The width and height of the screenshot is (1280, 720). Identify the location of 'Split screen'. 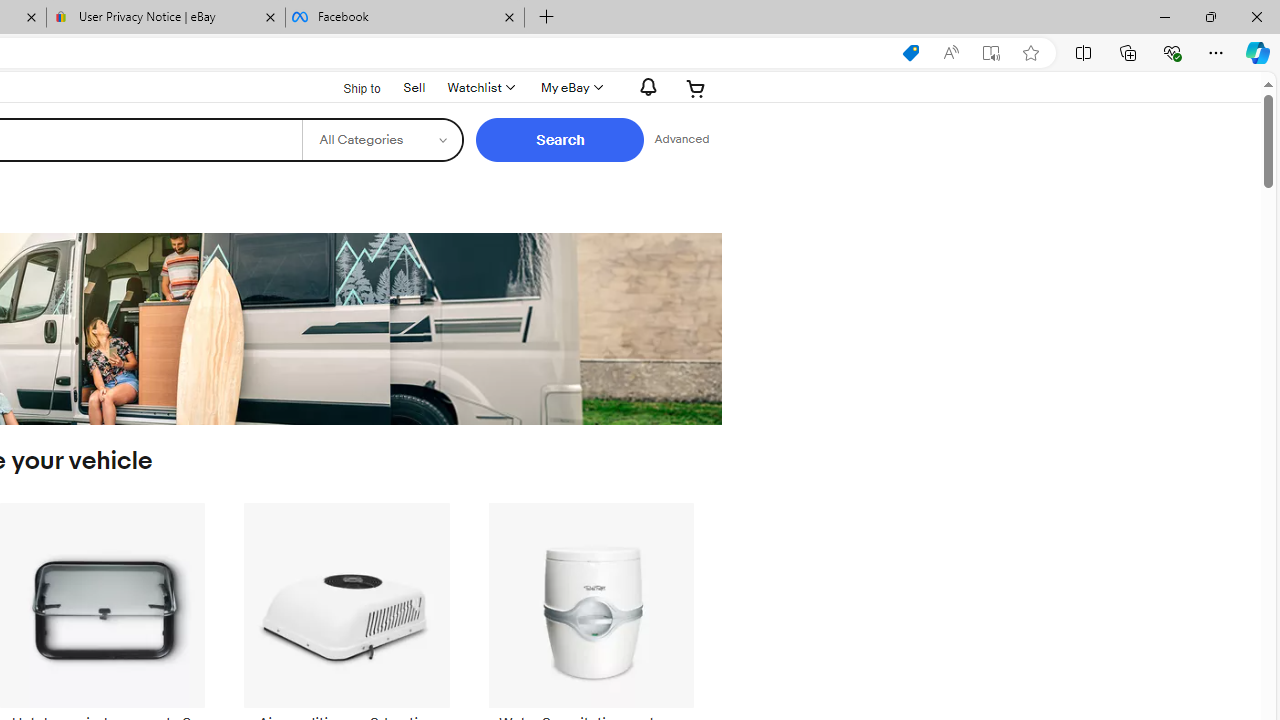
(1082, 51).